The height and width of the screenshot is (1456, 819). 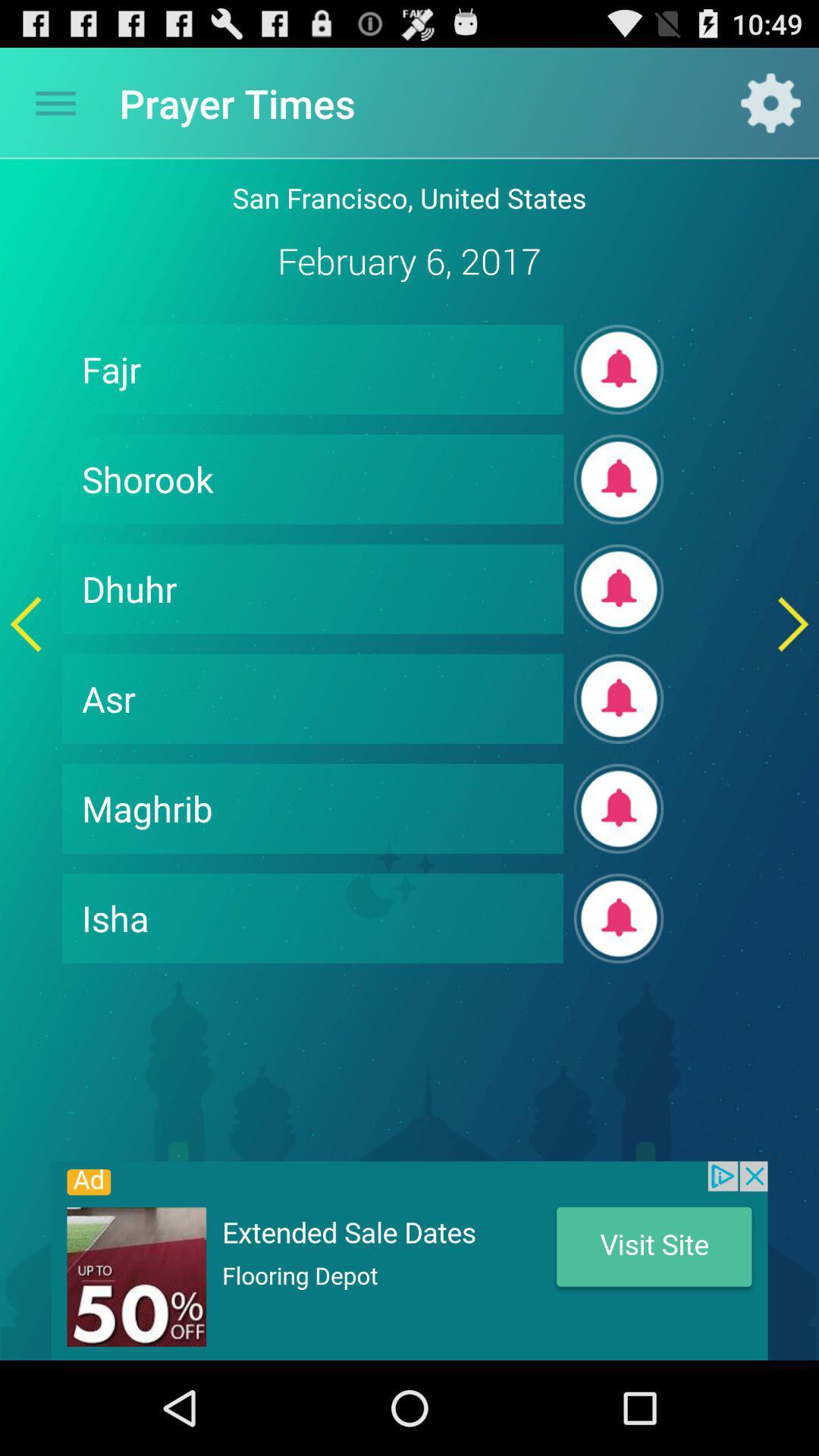 I want to click on motifications, so click(x=619, y=808).